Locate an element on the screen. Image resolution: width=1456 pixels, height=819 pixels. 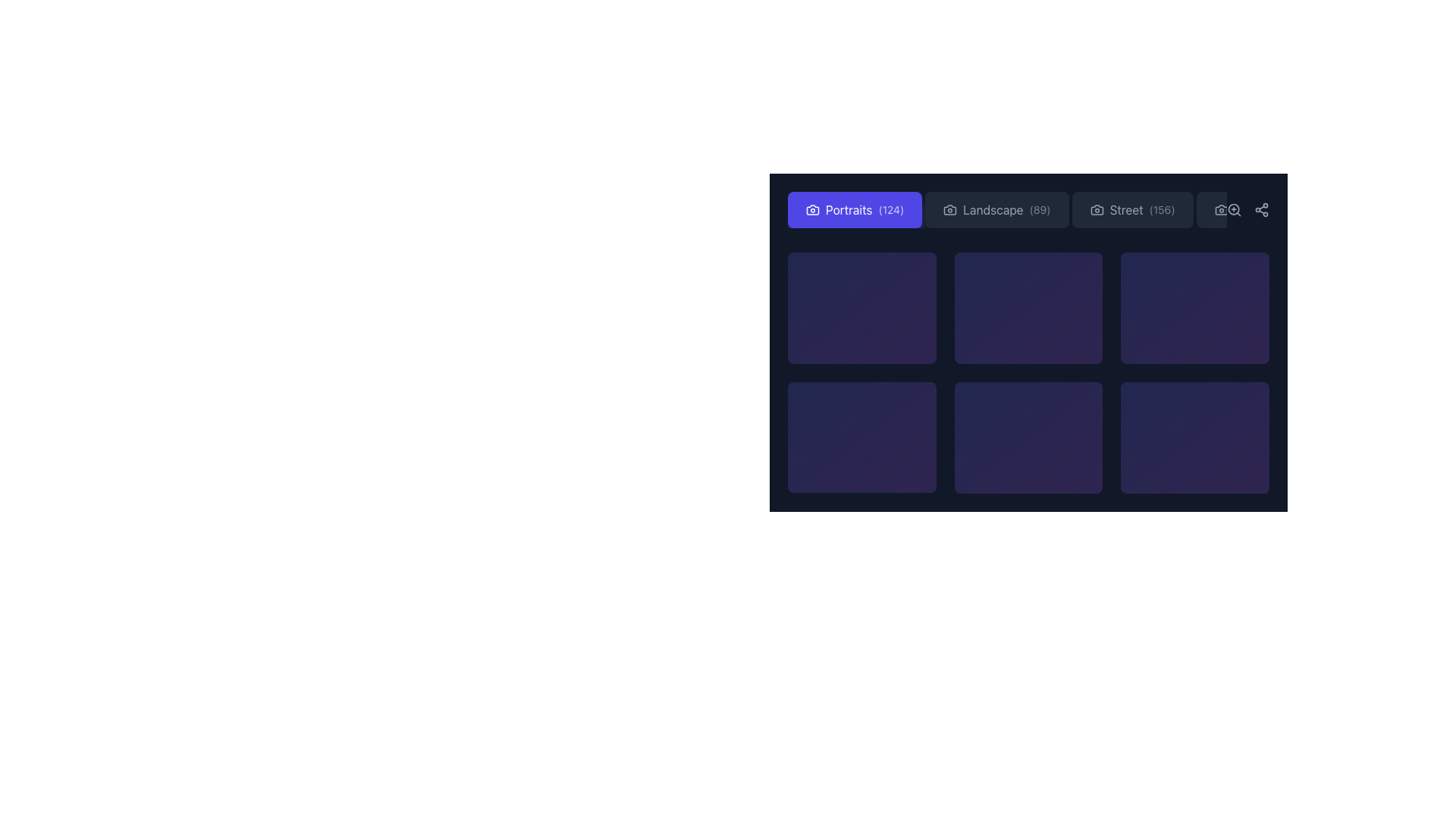
the small text label displaying '(89)', which is aligned next to 'Landscape' within the navigation section of the second button is located at coordinates (1039, 210).